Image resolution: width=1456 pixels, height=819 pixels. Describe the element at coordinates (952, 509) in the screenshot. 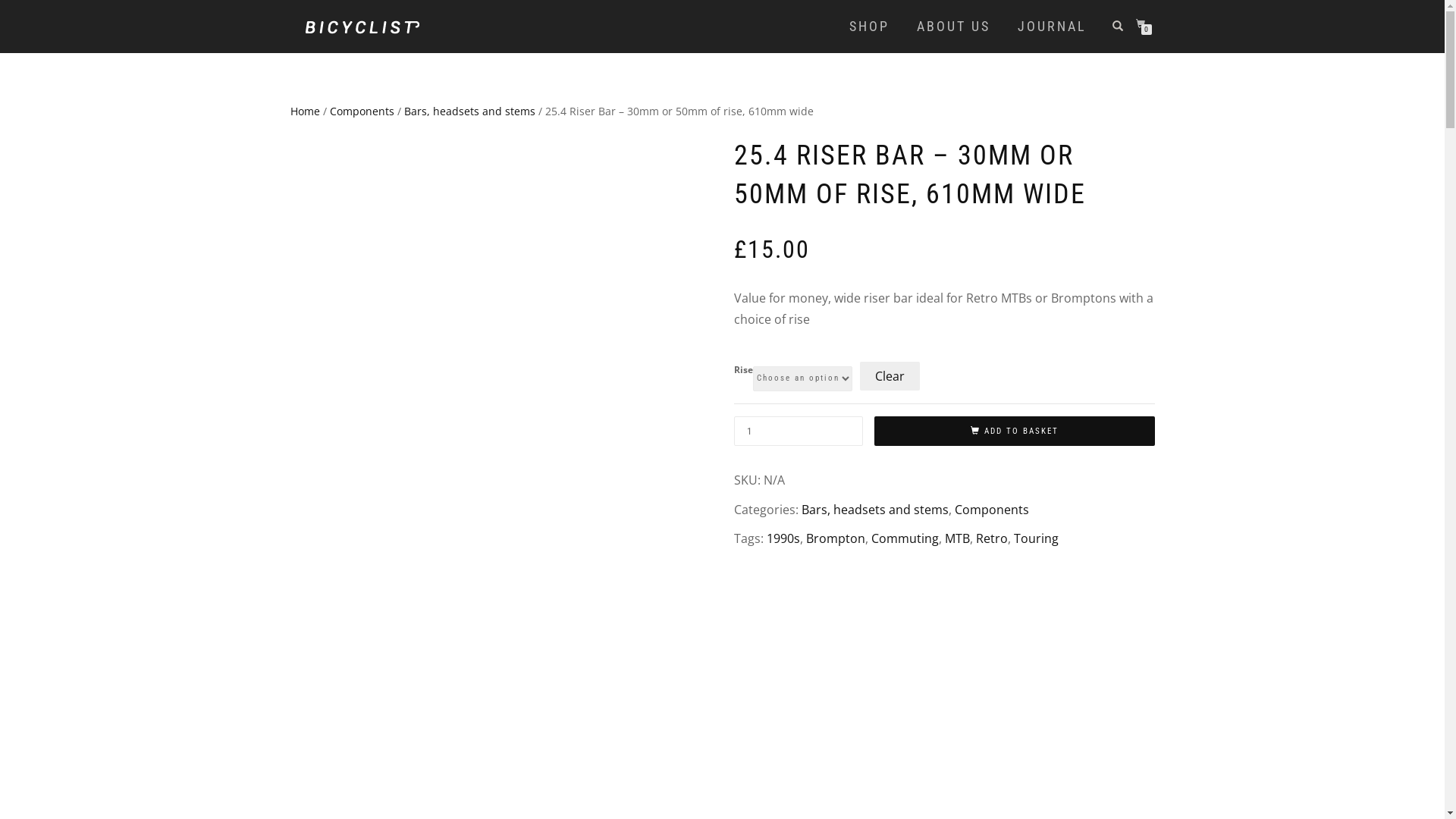

I see `'Components'` at that location.